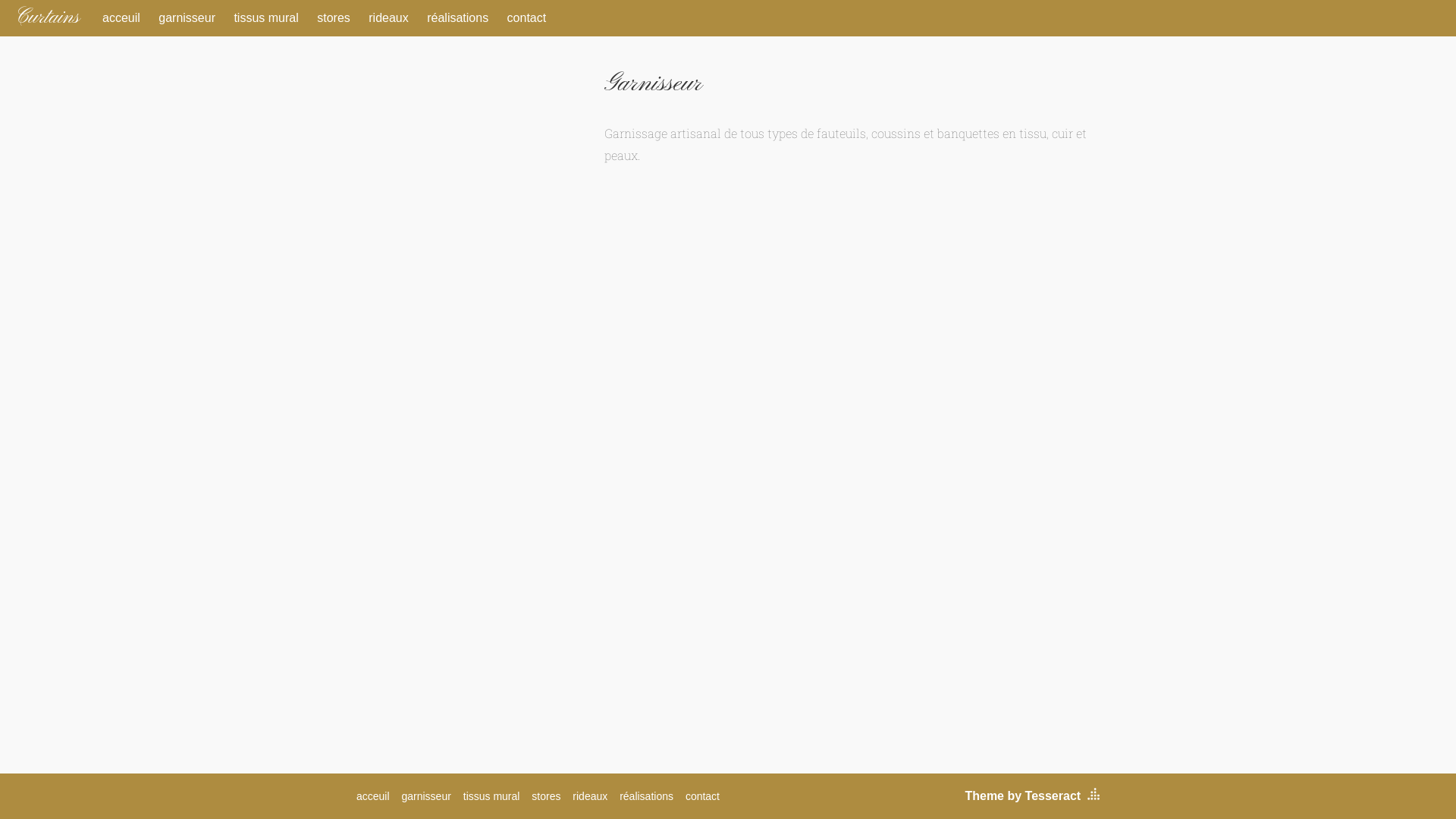  I want to click on 'contact', so click(527, 17).